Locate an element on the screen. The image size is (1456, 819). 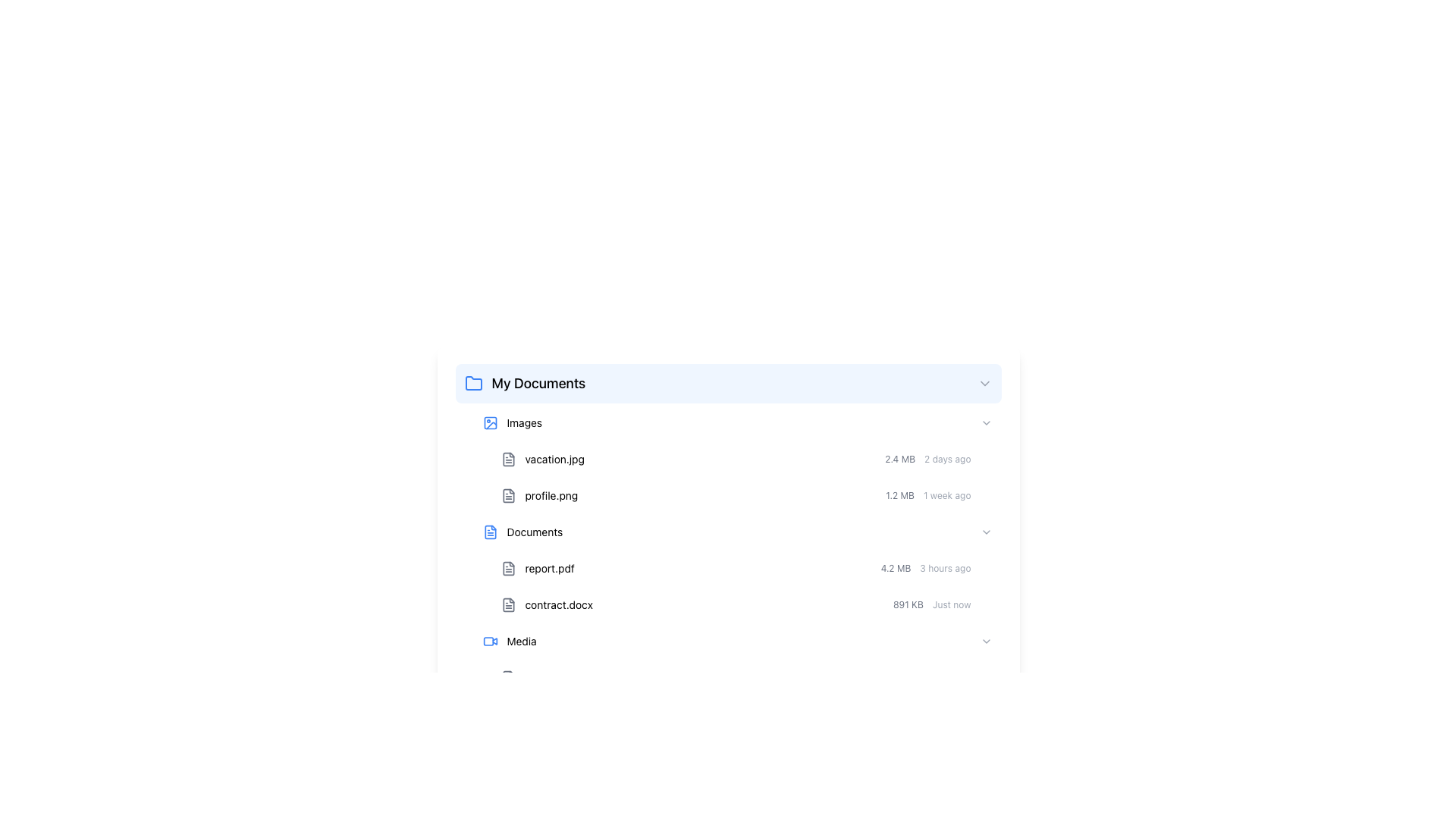
the text label displaying the file name 'report.pdf', which is located under the 'Documents' section and is the second entry in the directory interface is located at coordinates (549, 568).